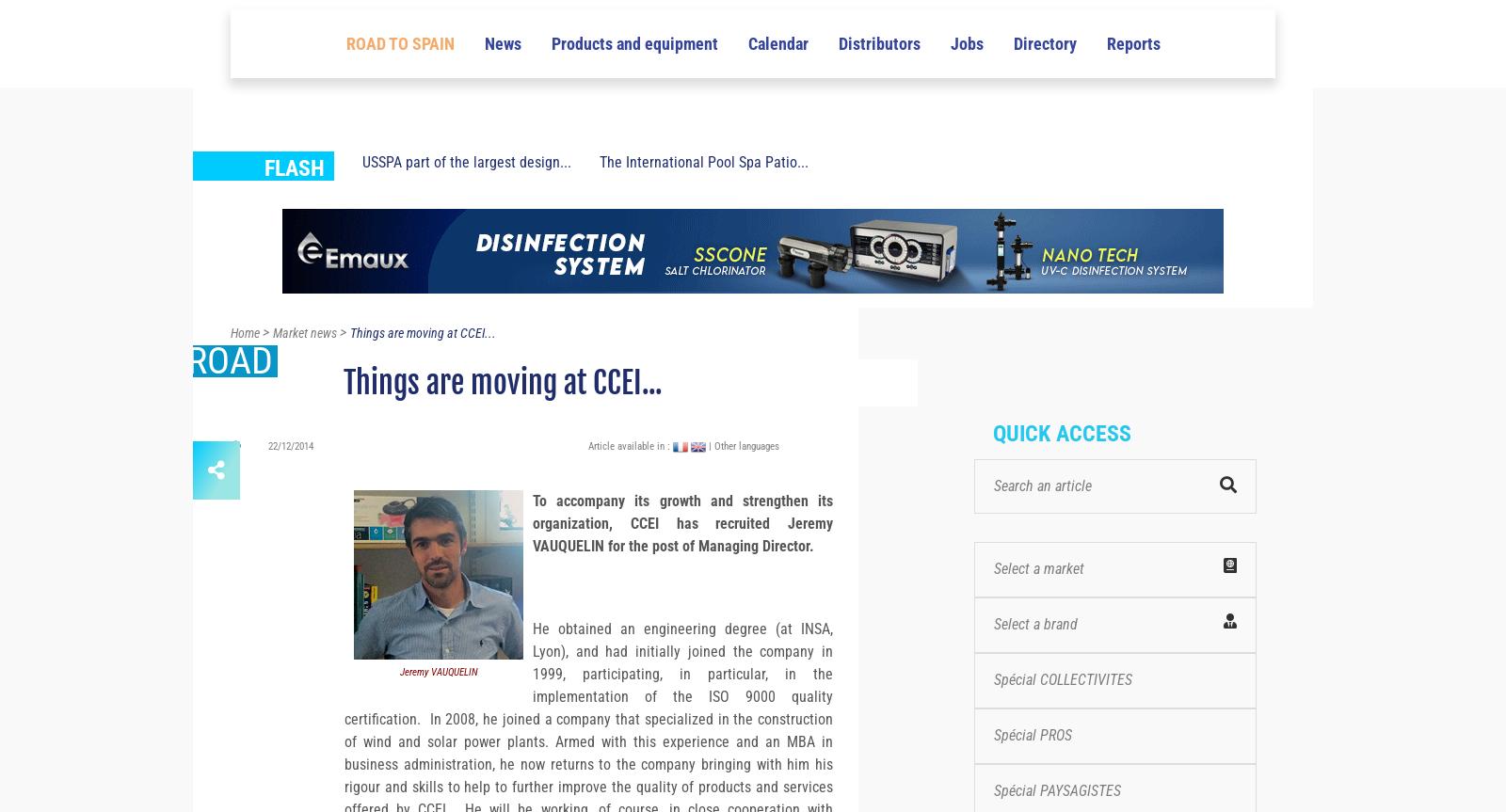 The image size is (1506, 812). I want to click on 'USSPA part of the largest design...', so click(466, 196).